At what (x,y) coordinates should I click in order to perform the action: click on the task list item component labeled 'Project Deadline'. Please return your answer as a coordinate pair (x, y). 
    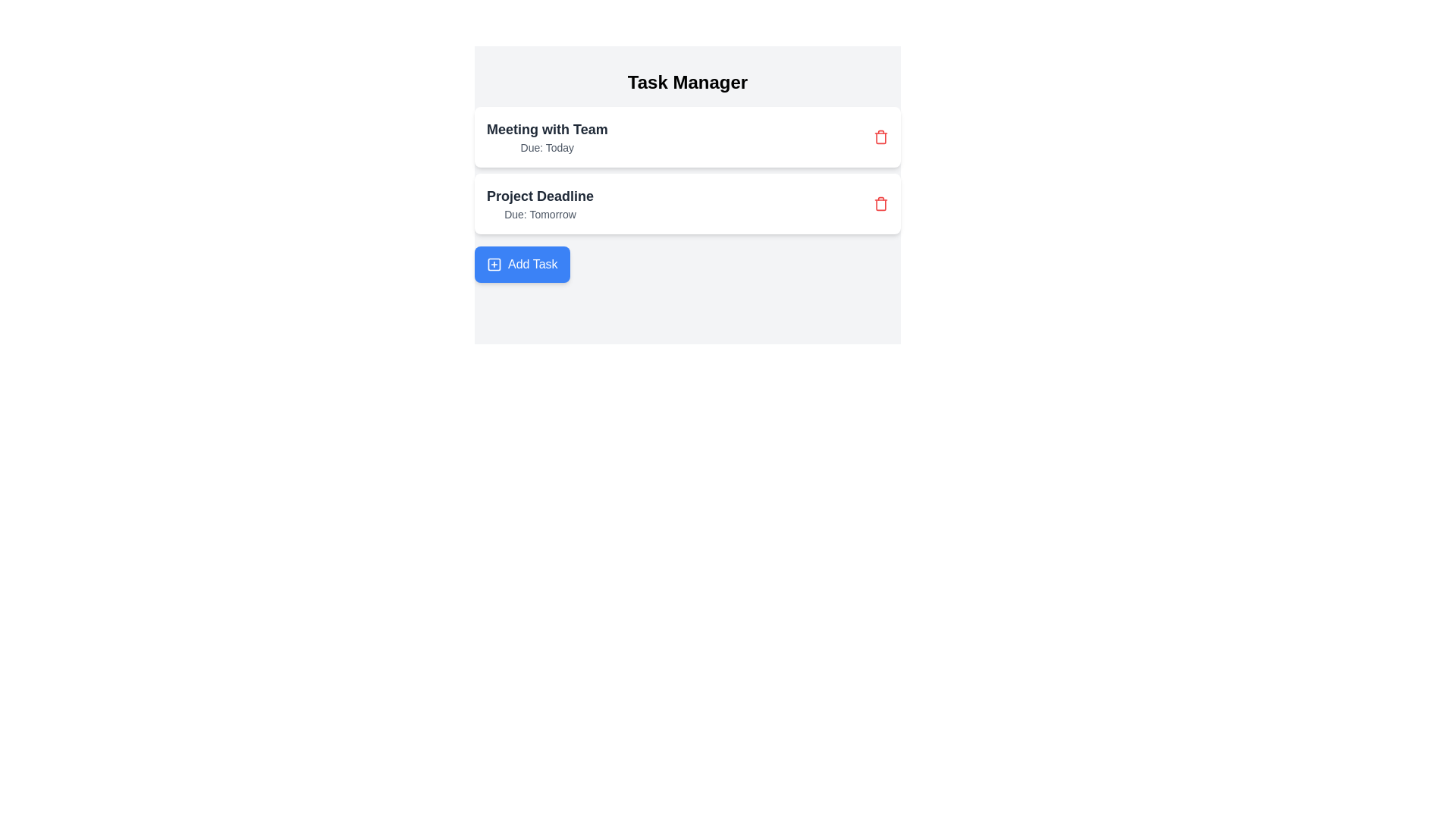
    Looking at the image, I should click on (687, 185).